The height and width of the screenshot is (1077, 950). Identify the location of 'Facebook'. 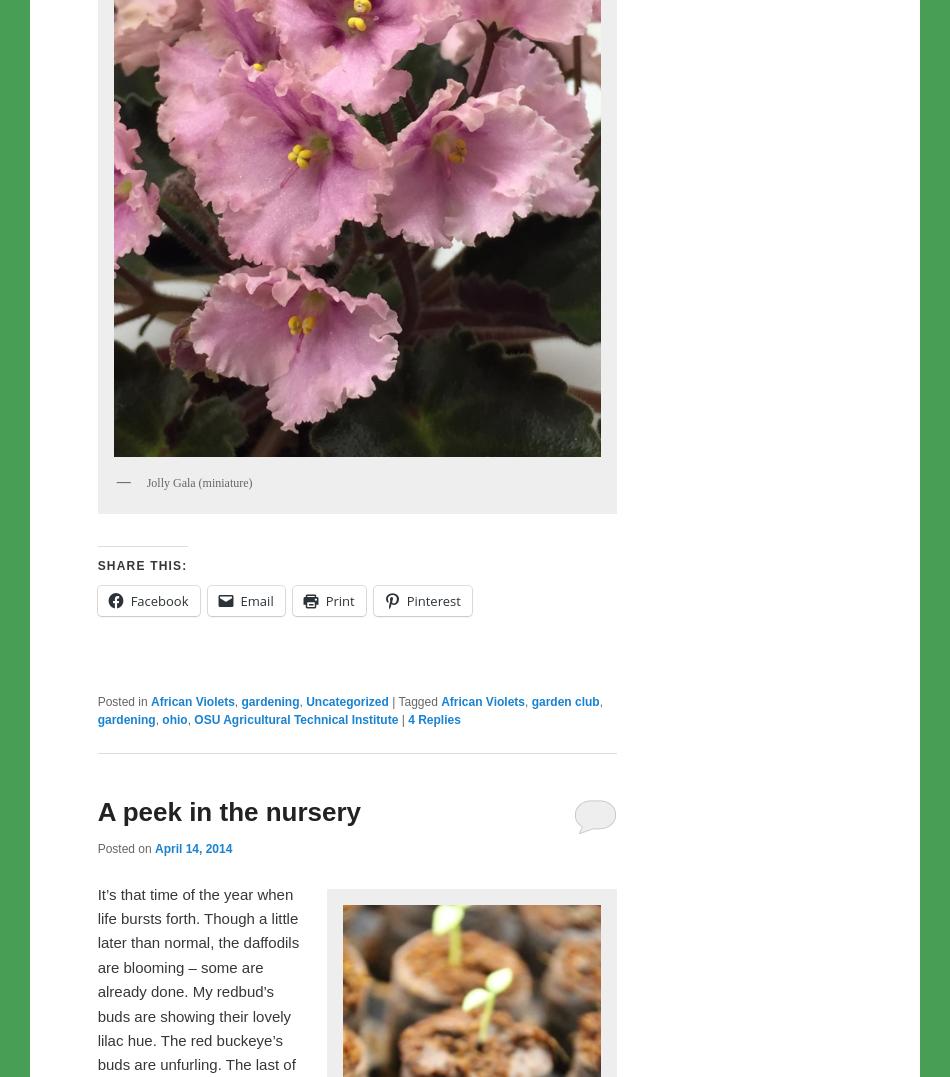
(159, 598).